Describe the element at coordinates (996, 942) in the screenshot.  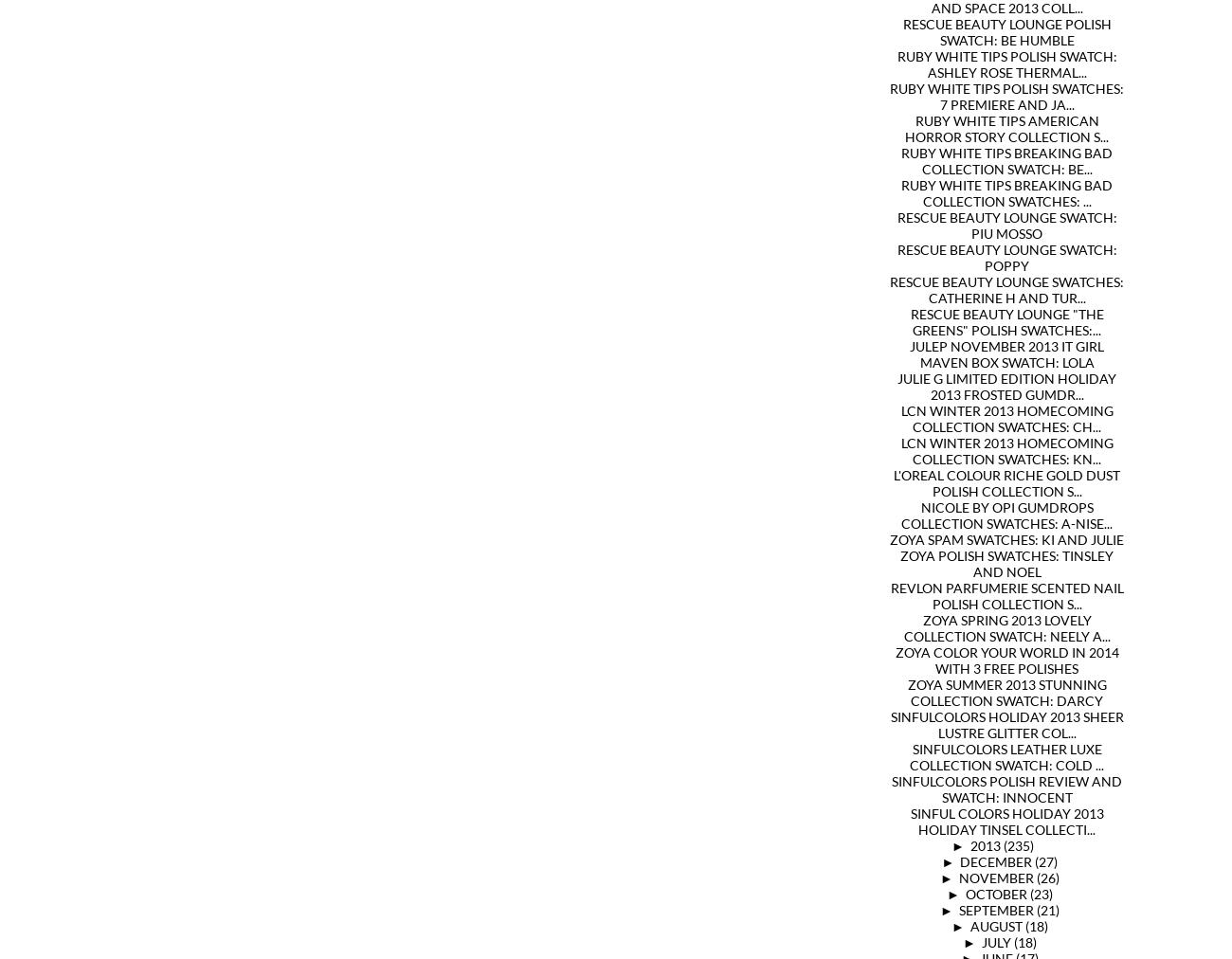
I see `'July'` at that location.